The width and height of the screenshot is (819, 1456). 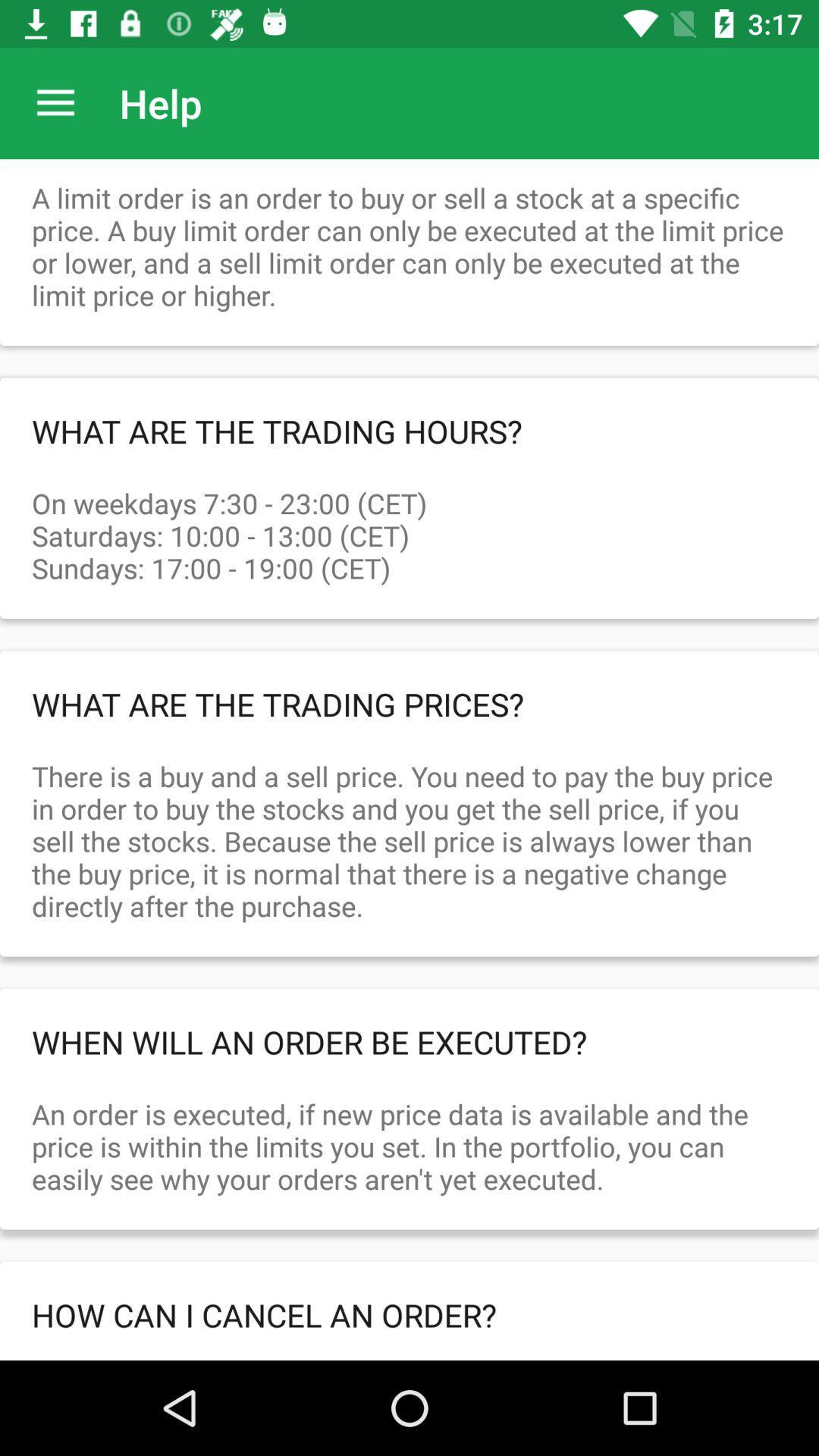 I want to click on the icon next to help icon, so click(x=55, y=102).